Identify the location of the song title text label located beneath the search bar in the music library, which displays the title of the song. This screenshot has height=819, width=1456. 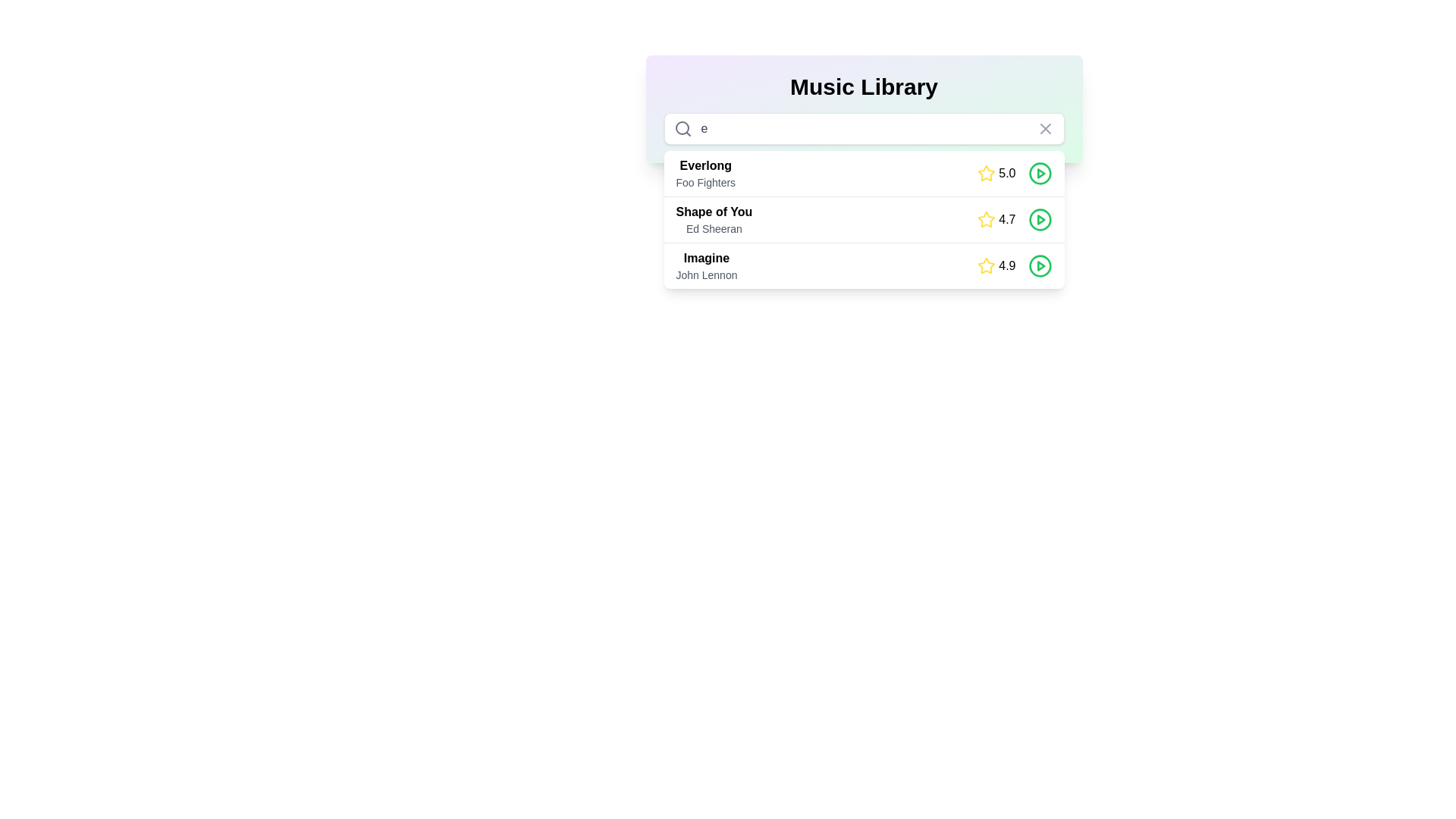
(704, 166).